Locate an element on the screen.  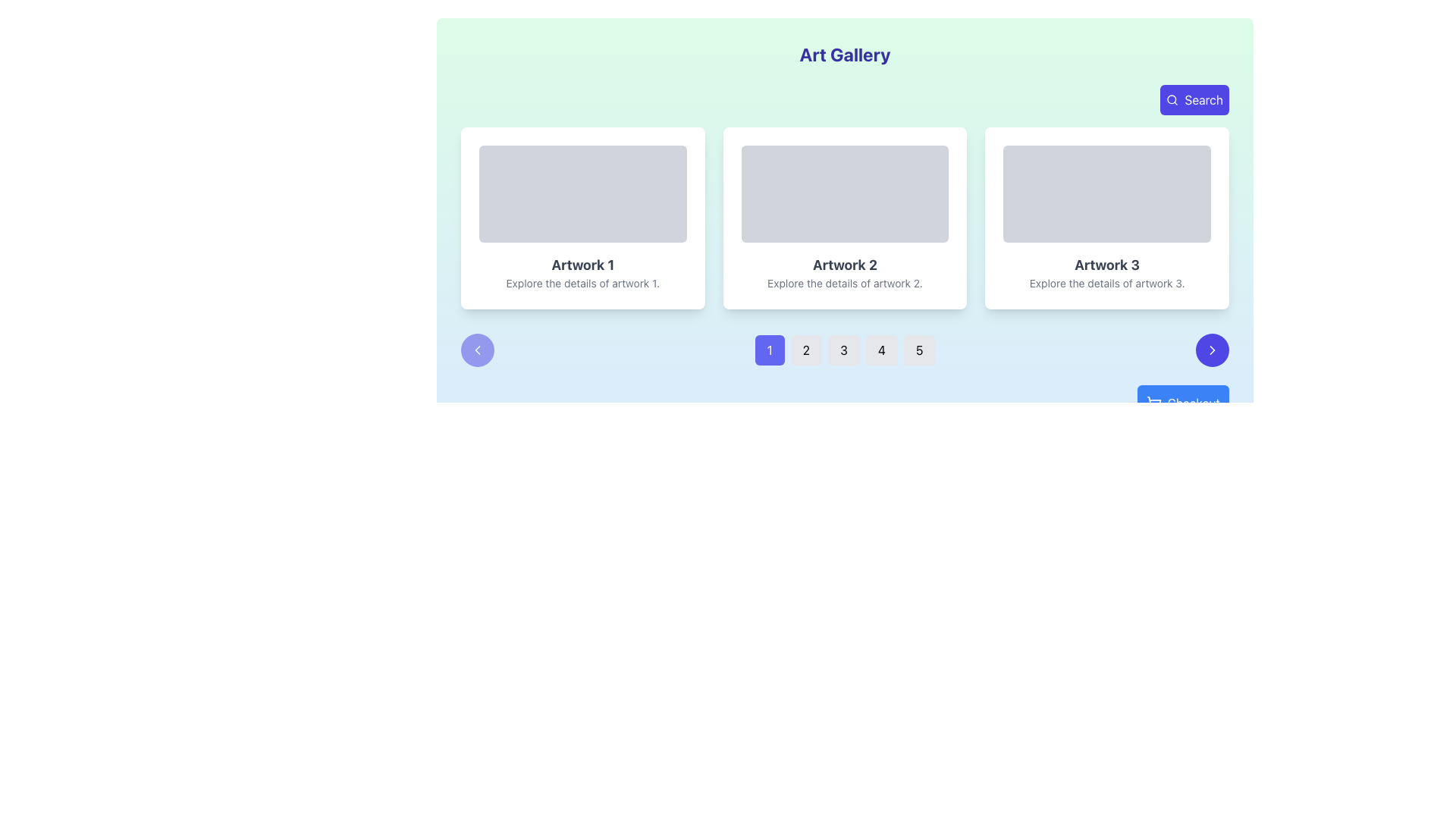
the pagination button labeled '5' is located at coordinates (918, 350).